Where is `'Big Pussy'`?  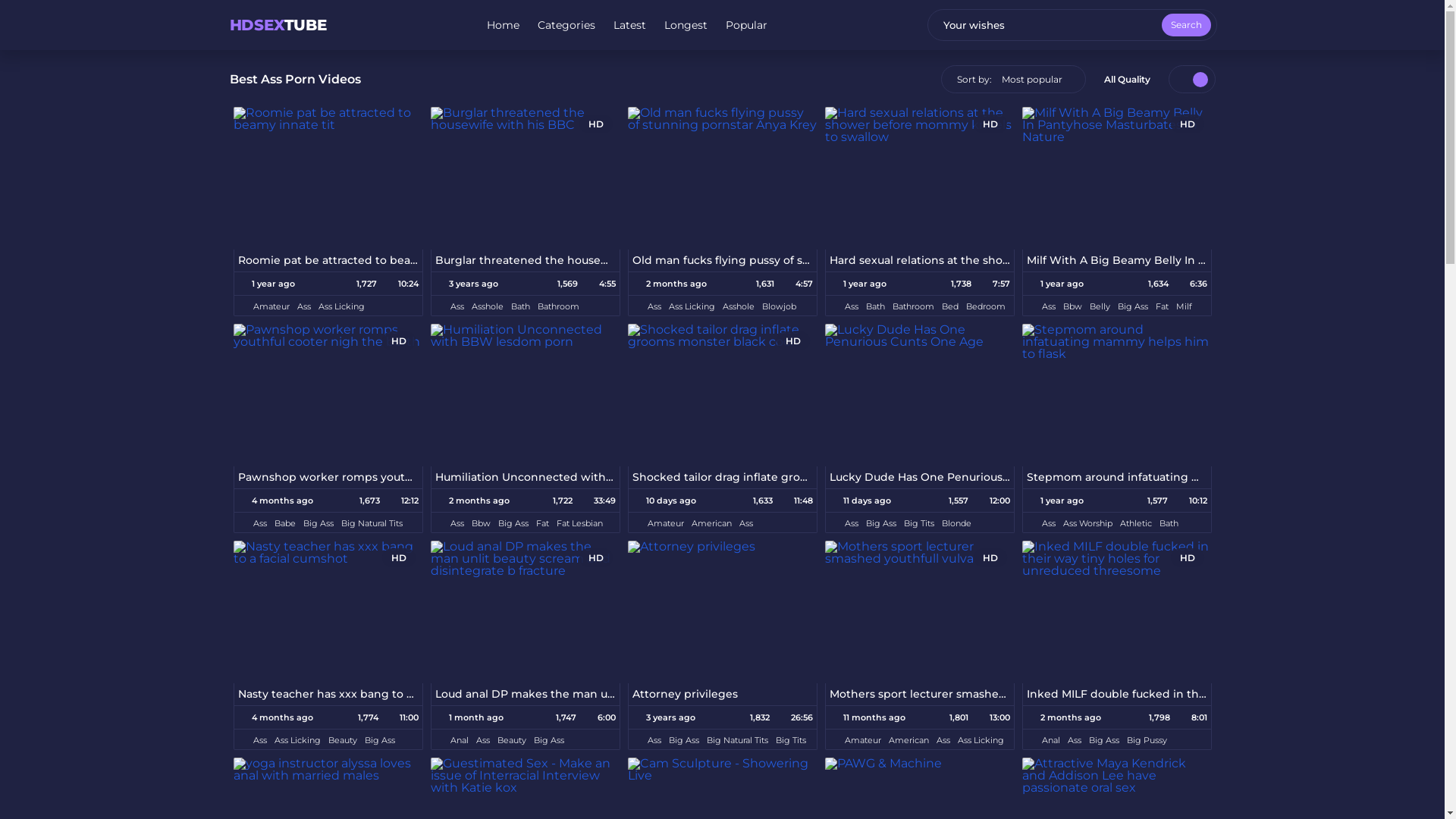
'Big Pussy' is located at coordinates (1147, 739).